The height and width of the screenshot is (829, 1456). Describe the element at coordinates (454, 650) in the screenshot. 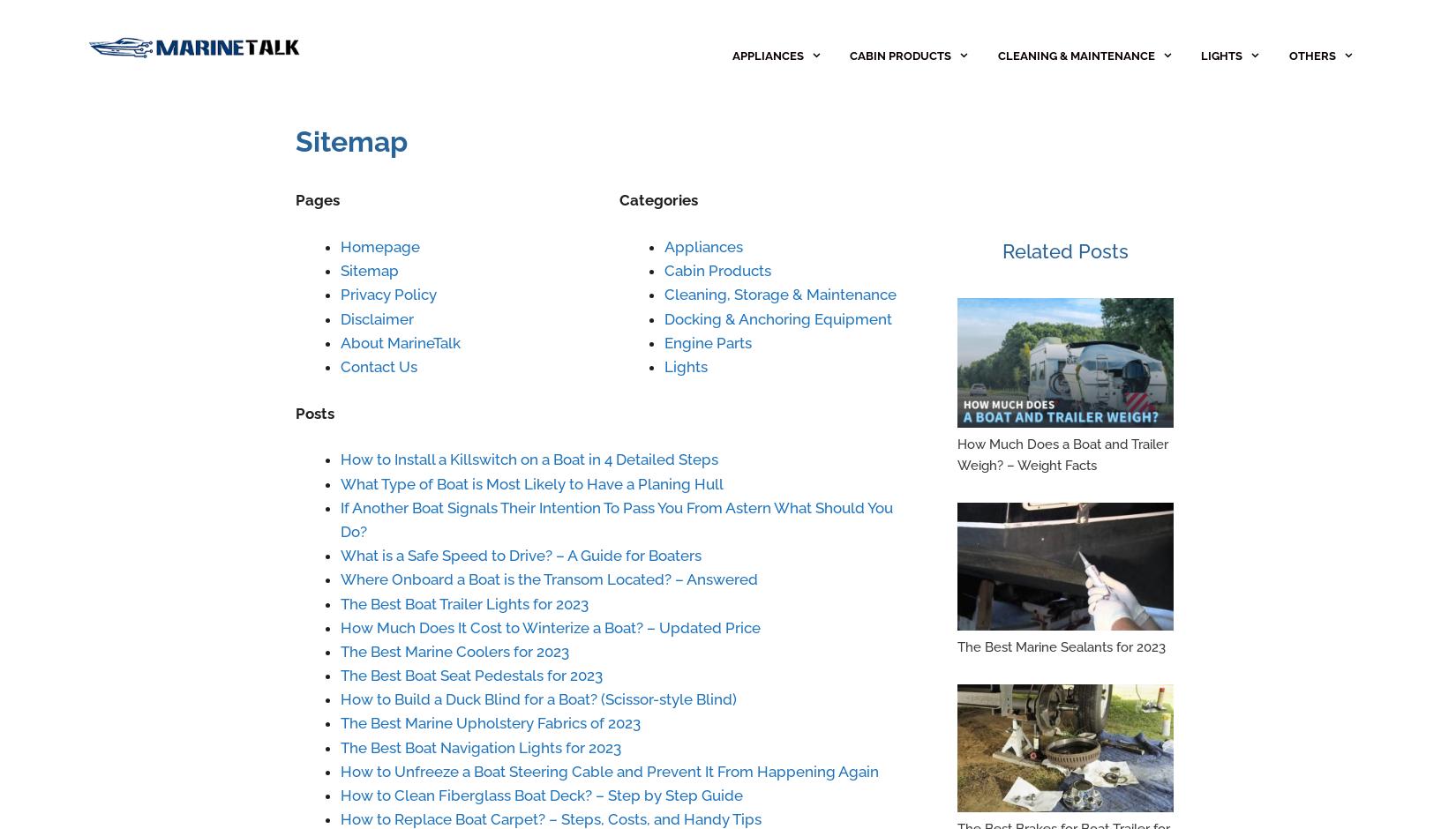

I see `'The Best Marine Coolers for 2023'` at that location.